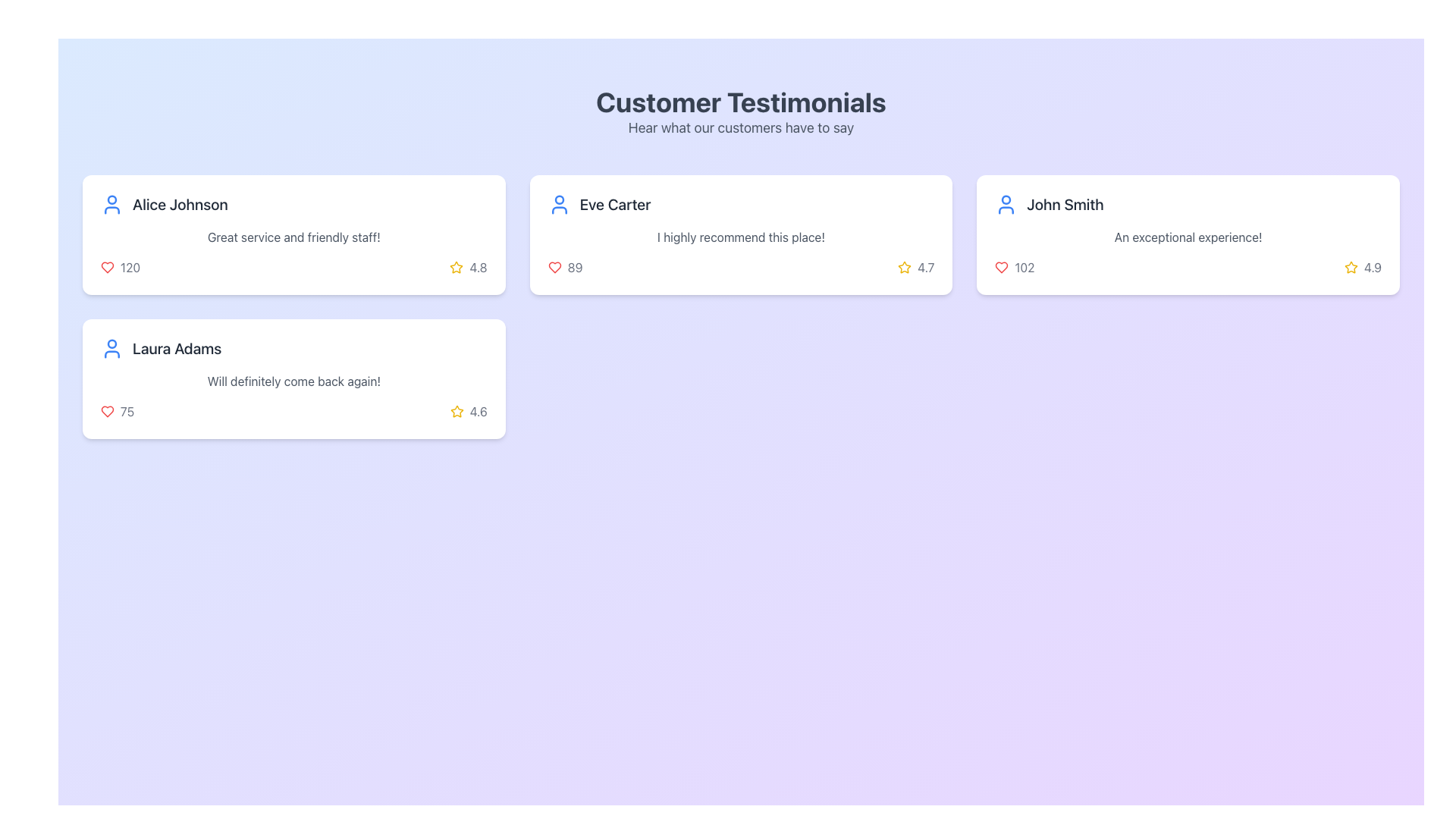 This screenshot has height=819, width=1456. Describe the element at coordinates (554, 267) in the screenshot. I see `the red heart-shaped icon located in the upper-right quadrant of the page layout, which is part of the testimonial card for 'Eve Carter'` at that location.